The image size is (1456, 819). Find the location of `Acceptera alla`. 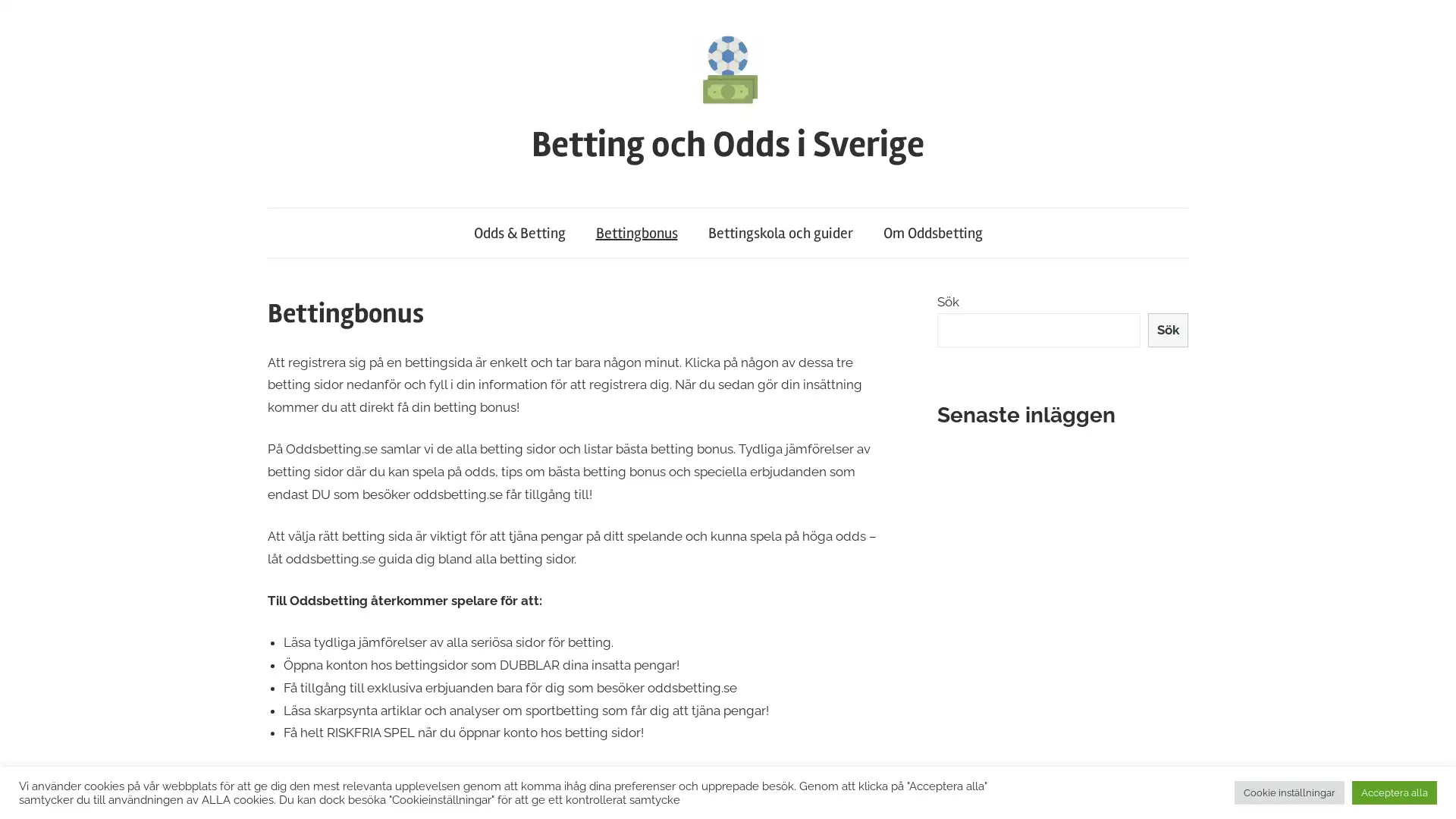

Acceptera alla is located at coordinates (1394, 792).